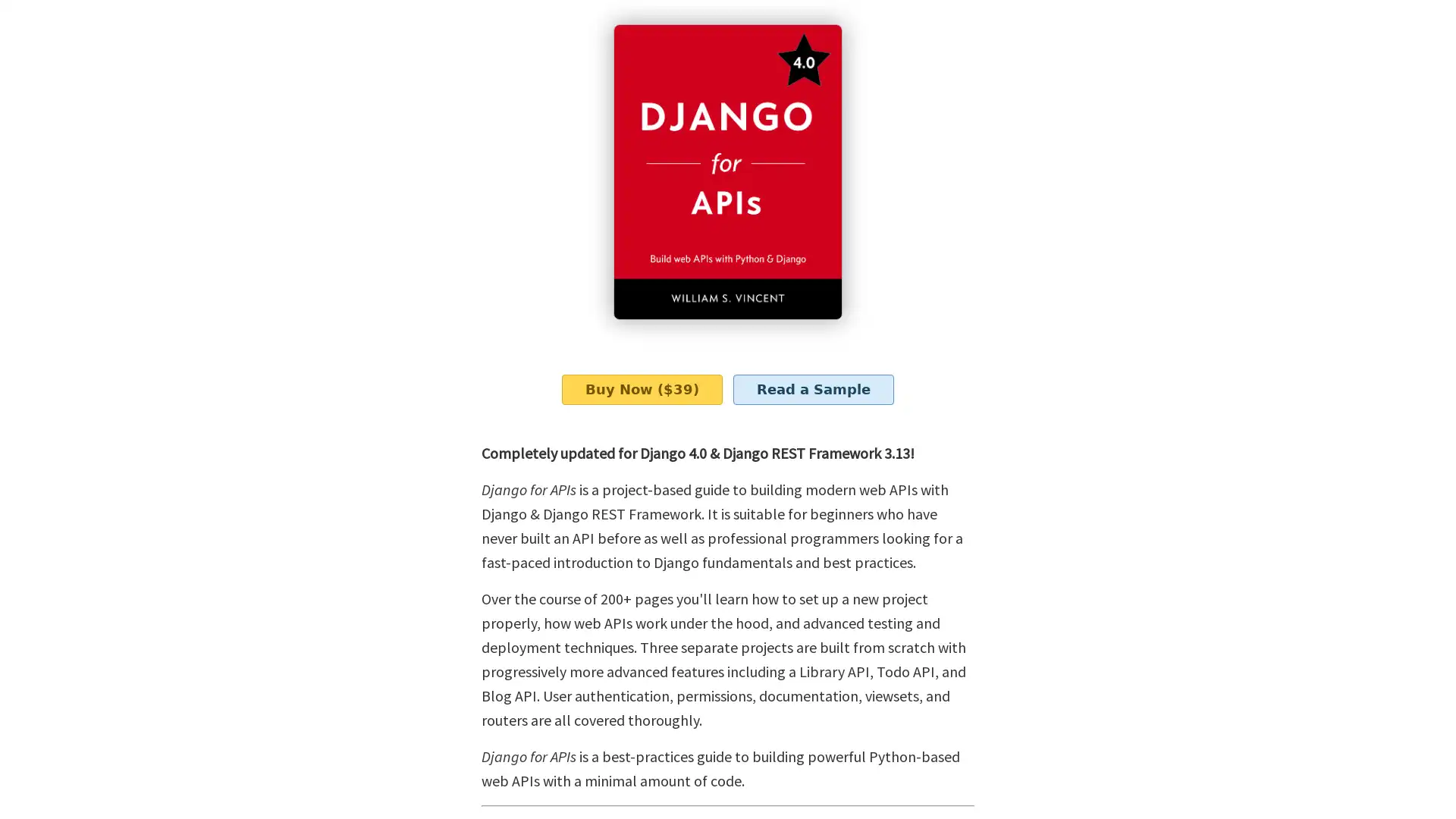 The width and height of the screenshot is (1456, 819). Describe the element at coordinates (813, 388) in the screenshot. I see `Read a Sample` at that location.